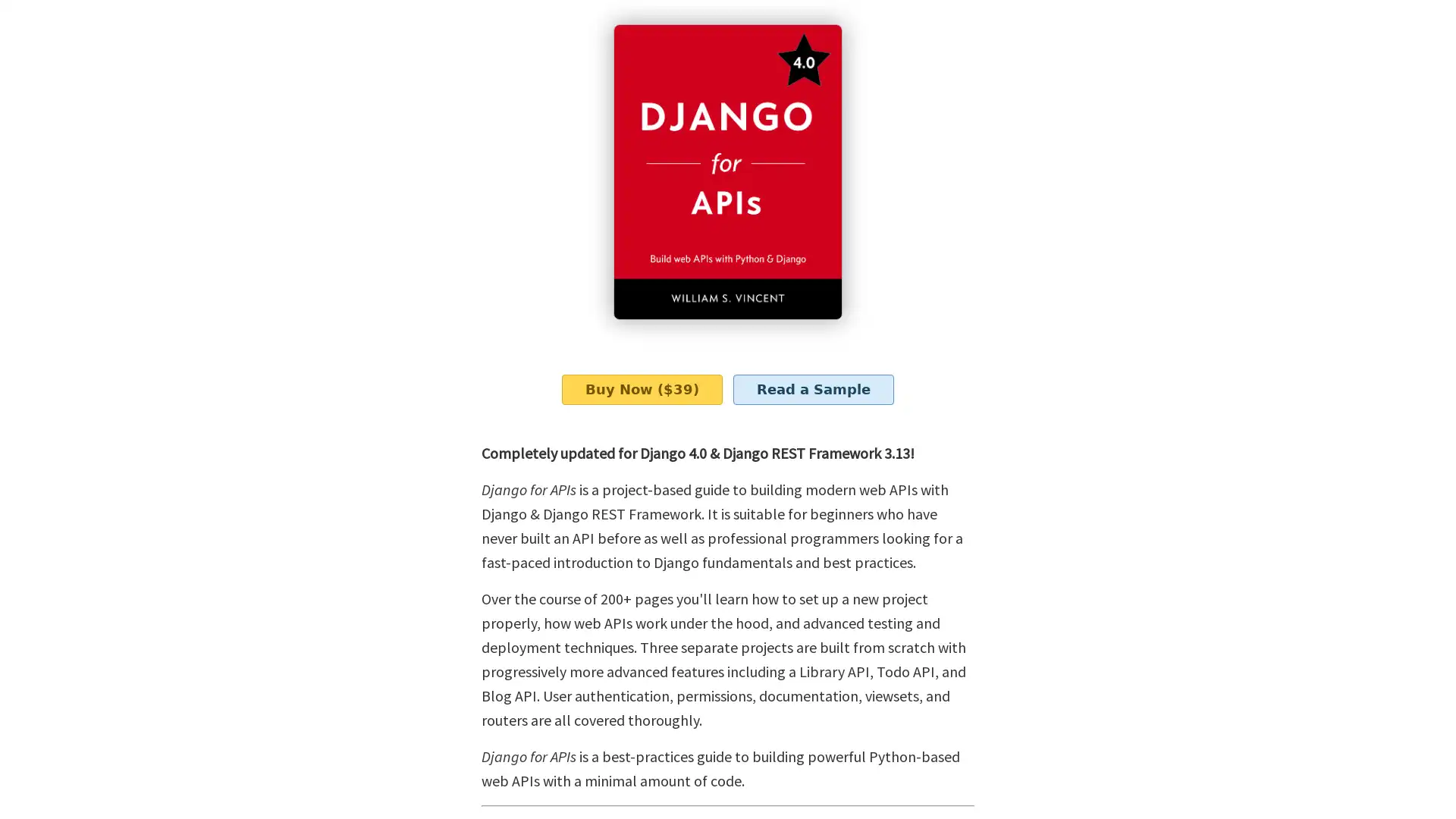 The width and height of the screenshot is (1456, 819). Describe the element at coordinates (813, 388) in the screenshot. I see `Read a Sample` at that location.